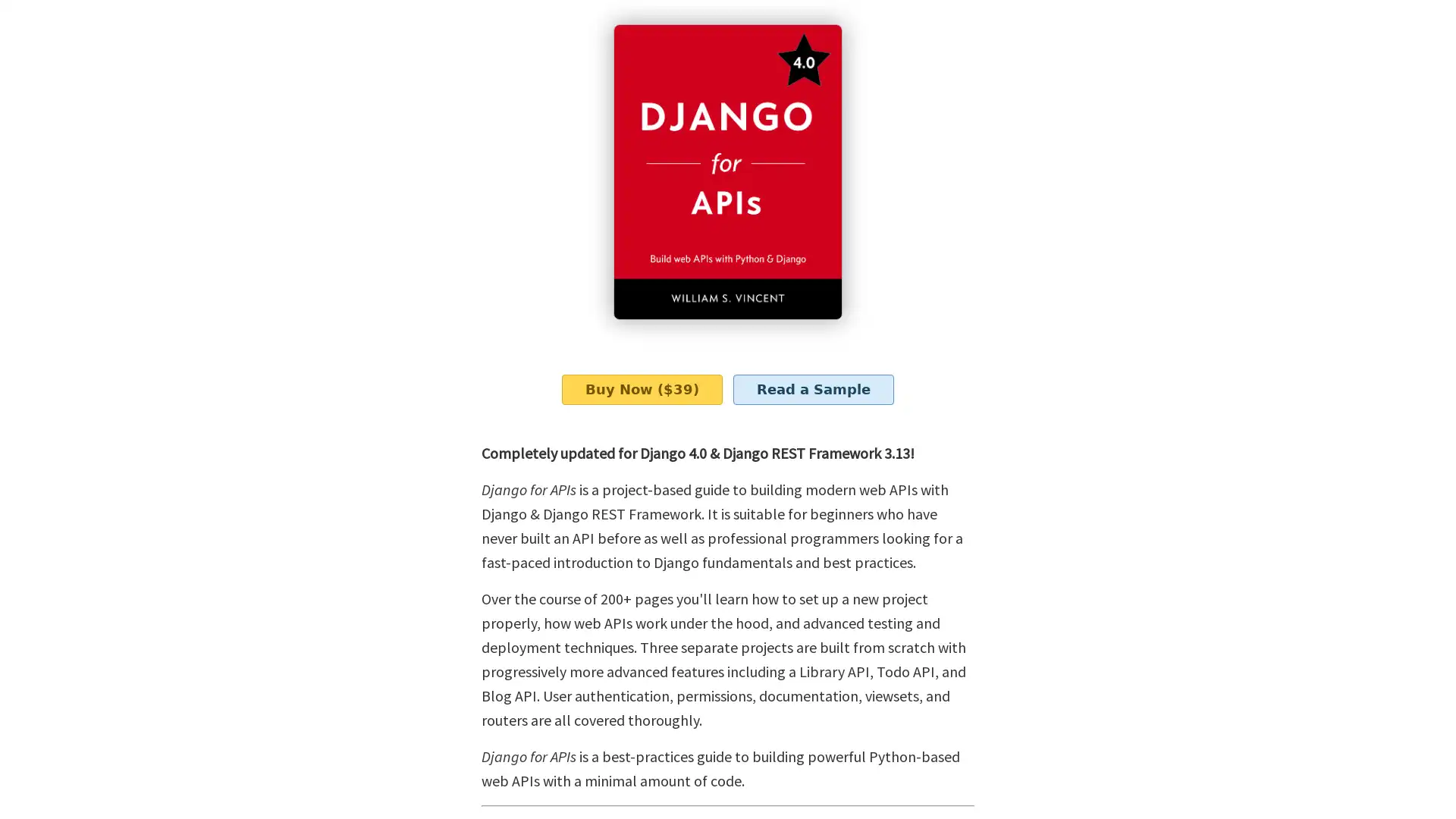 The width and height of the screenshot is (1456, 819). Describe the element at coordinates (813, 388) in the screenshot. I see `Read a Sample` at that location.